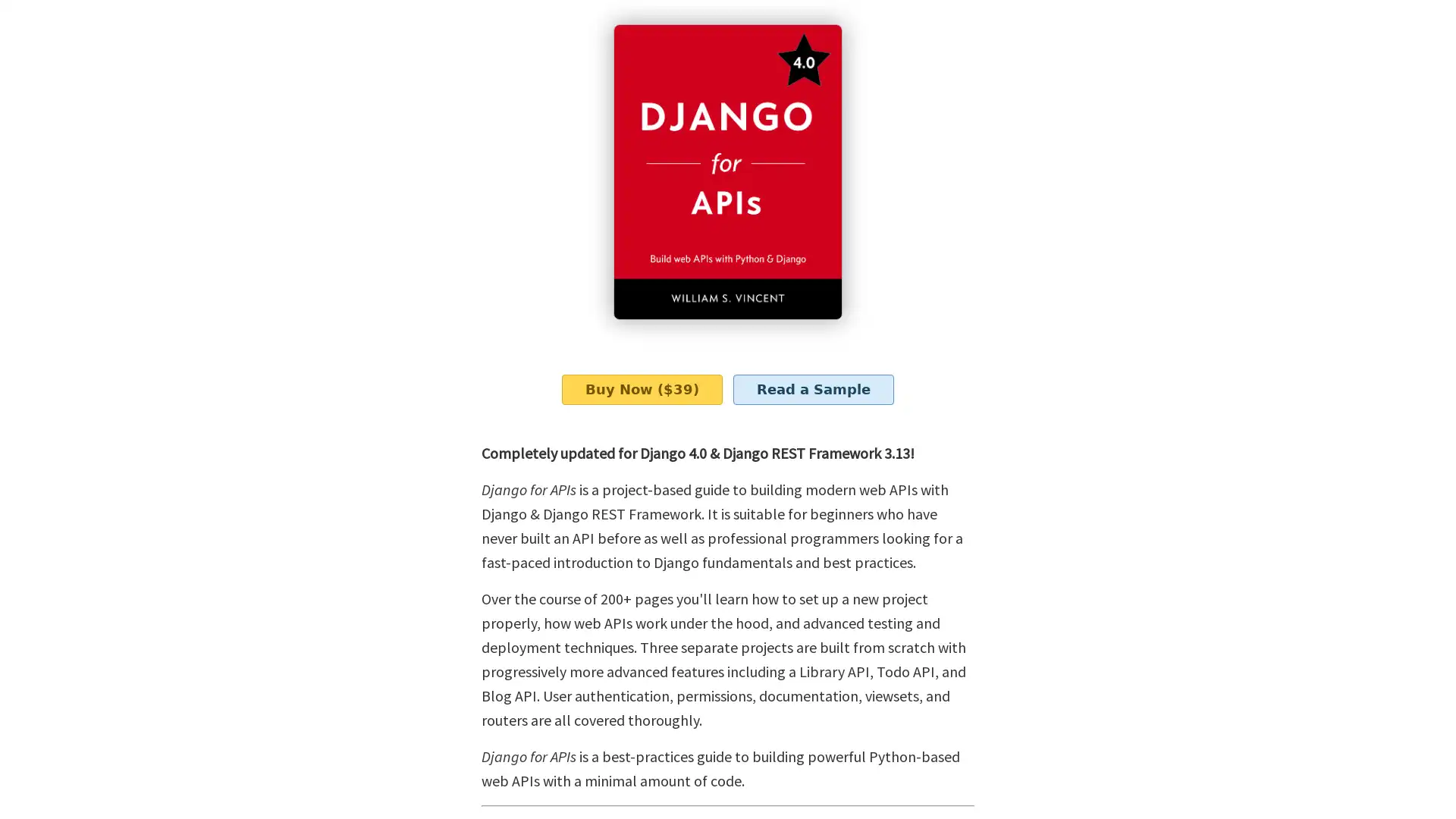 The width and height of the screenshot is (1456, 819). Describe the element at coordinates (813, 388) in the screenshot. I see `Read a Sample` at that location.